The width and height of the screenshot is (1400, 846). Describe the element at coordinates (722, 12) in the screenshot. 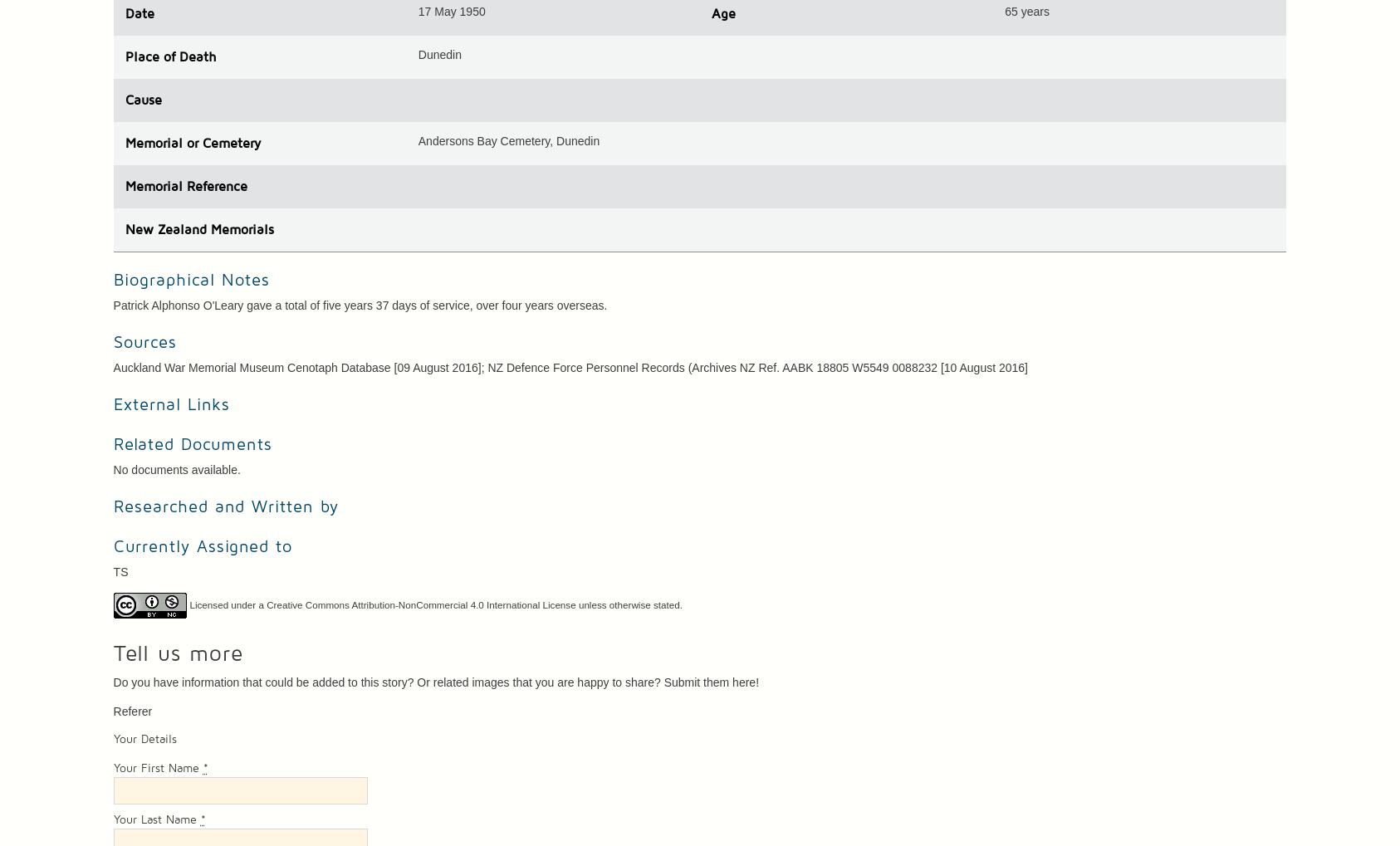

I see `'Age'` at that location.